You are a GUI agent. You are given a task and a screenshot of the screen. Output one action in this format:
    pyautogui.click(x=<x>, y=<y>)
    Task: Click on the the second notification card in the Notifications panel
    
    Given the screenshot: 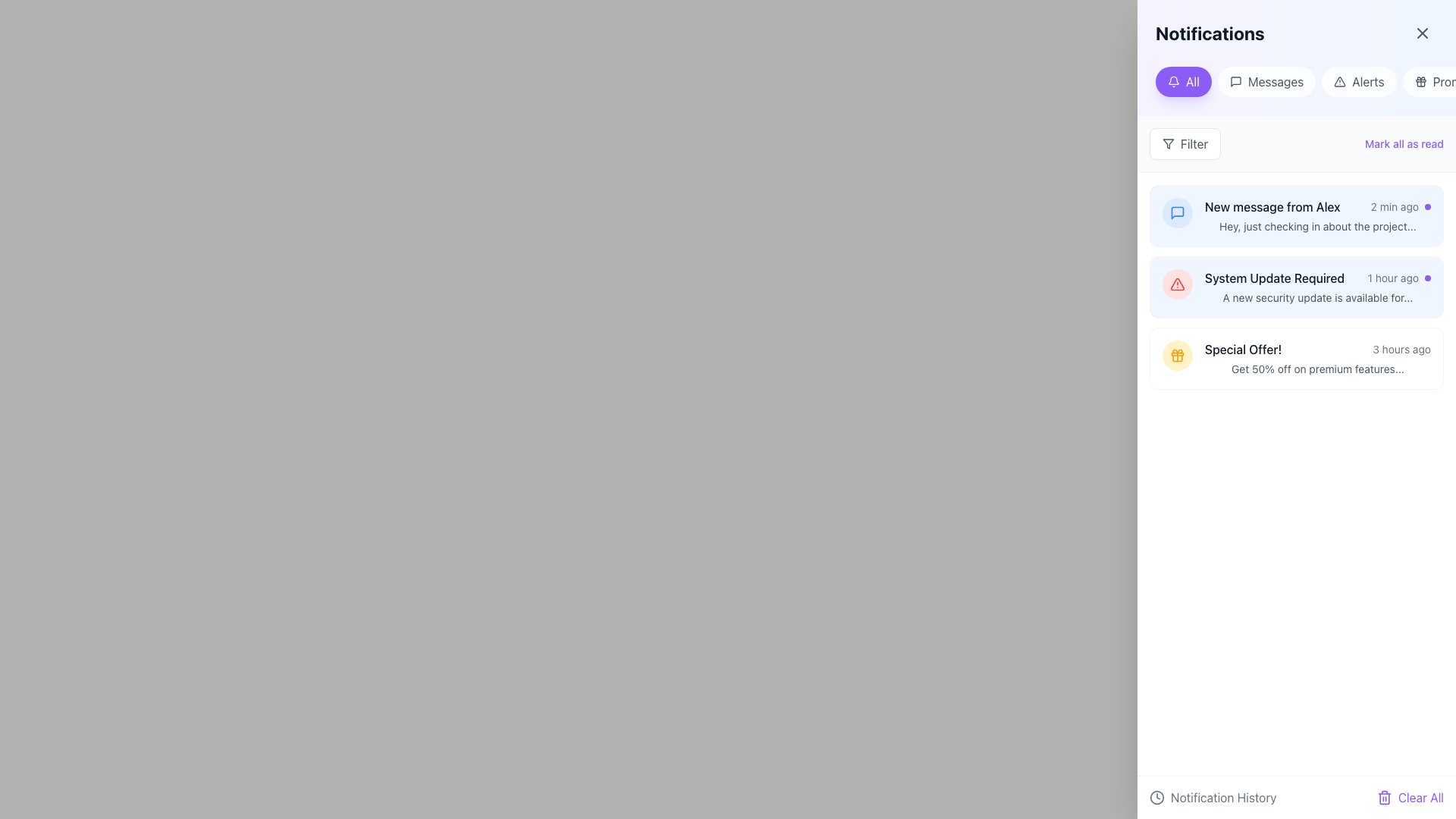 What is the action you would take?
    pyautogui.click(x=1295, y=287)
    